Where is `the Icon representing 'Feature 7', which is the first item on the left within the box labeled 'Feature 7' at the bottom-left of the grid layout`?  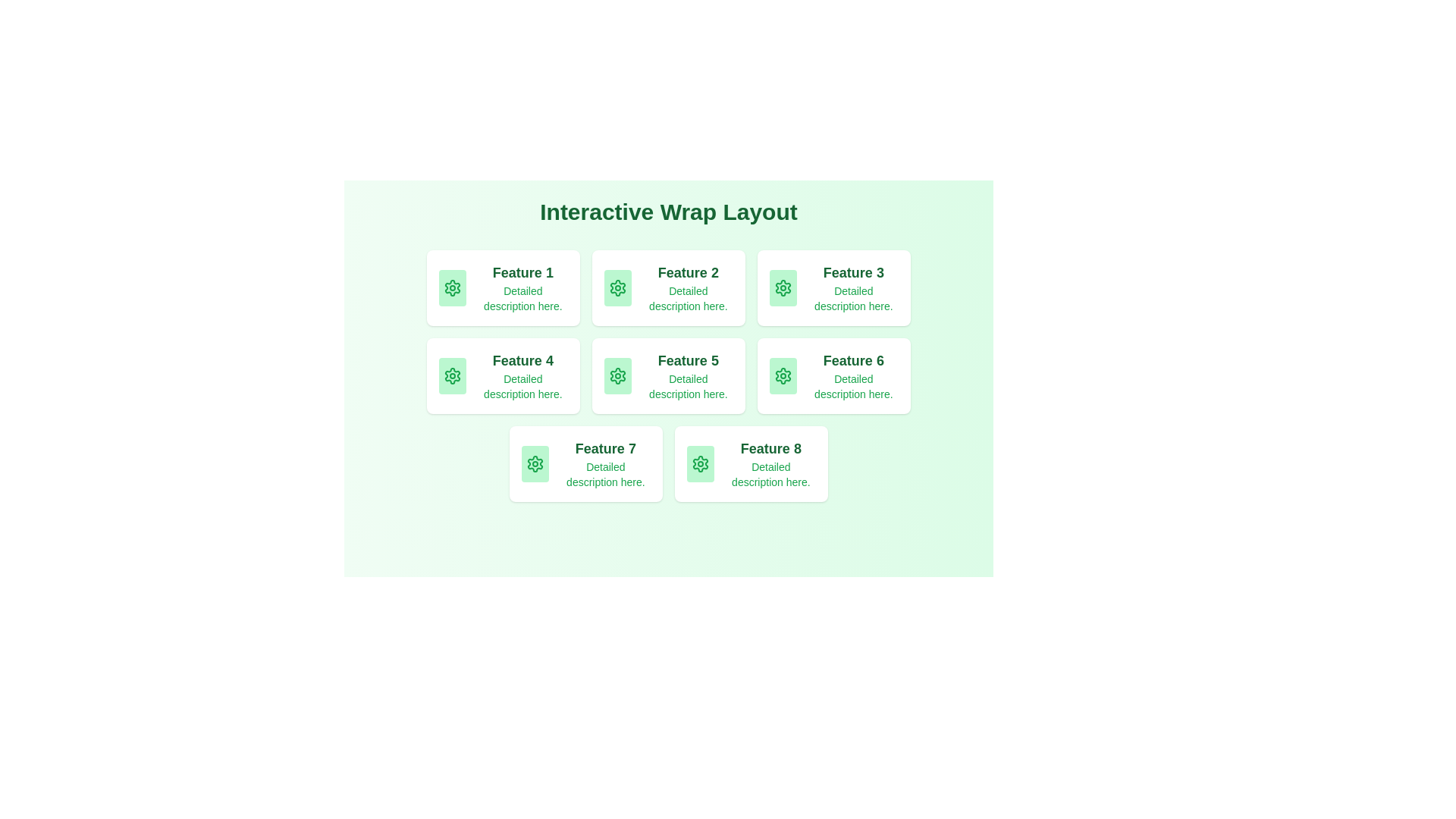 the Icon representing 'Feature 7', which is the first item on the left within the box labeled 'Feature 7' at the bottom-left of the grid layout is located at coordinates (535, 463).